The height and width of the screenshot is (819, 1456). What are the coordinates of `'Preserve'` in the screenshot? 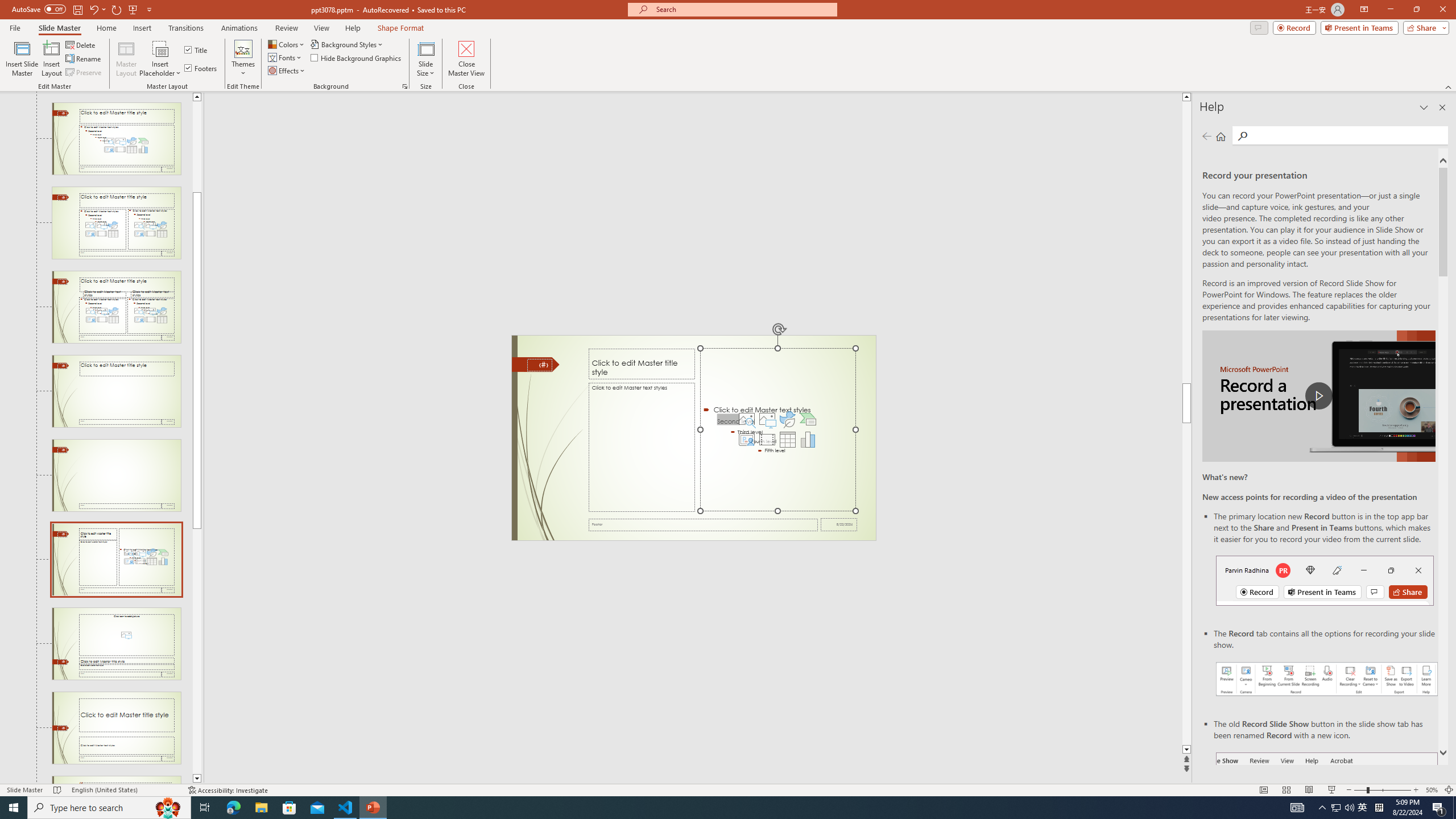 It's located at (84, 72).